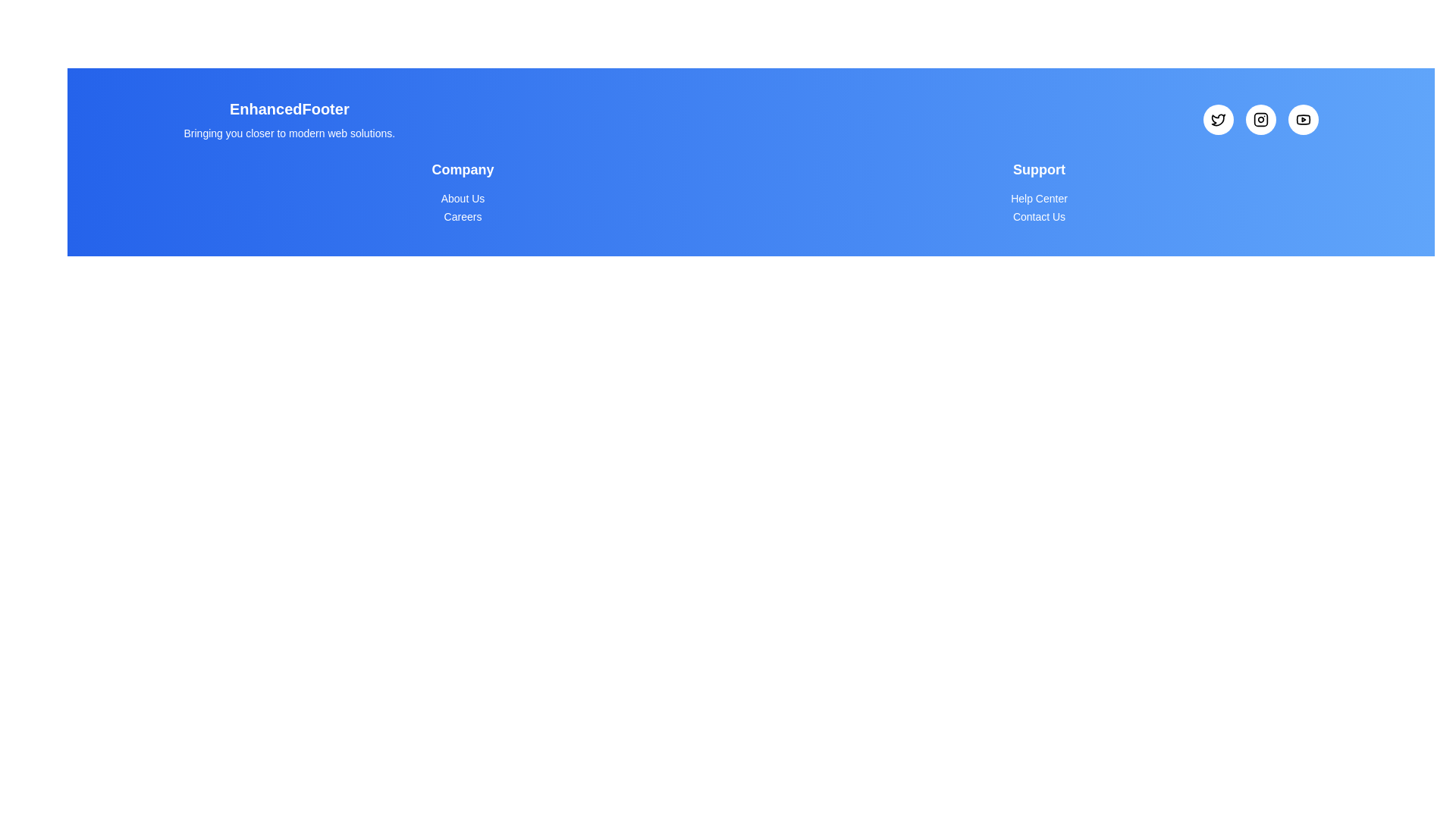 The height and width of the screenshot is (819, 1456). Describe the element at coordinates (1038, 216) in the screenshot. I see `the 'Contact Us' hyperlink located under the 'Support' heading, below the 'Help Center' link` at that location.